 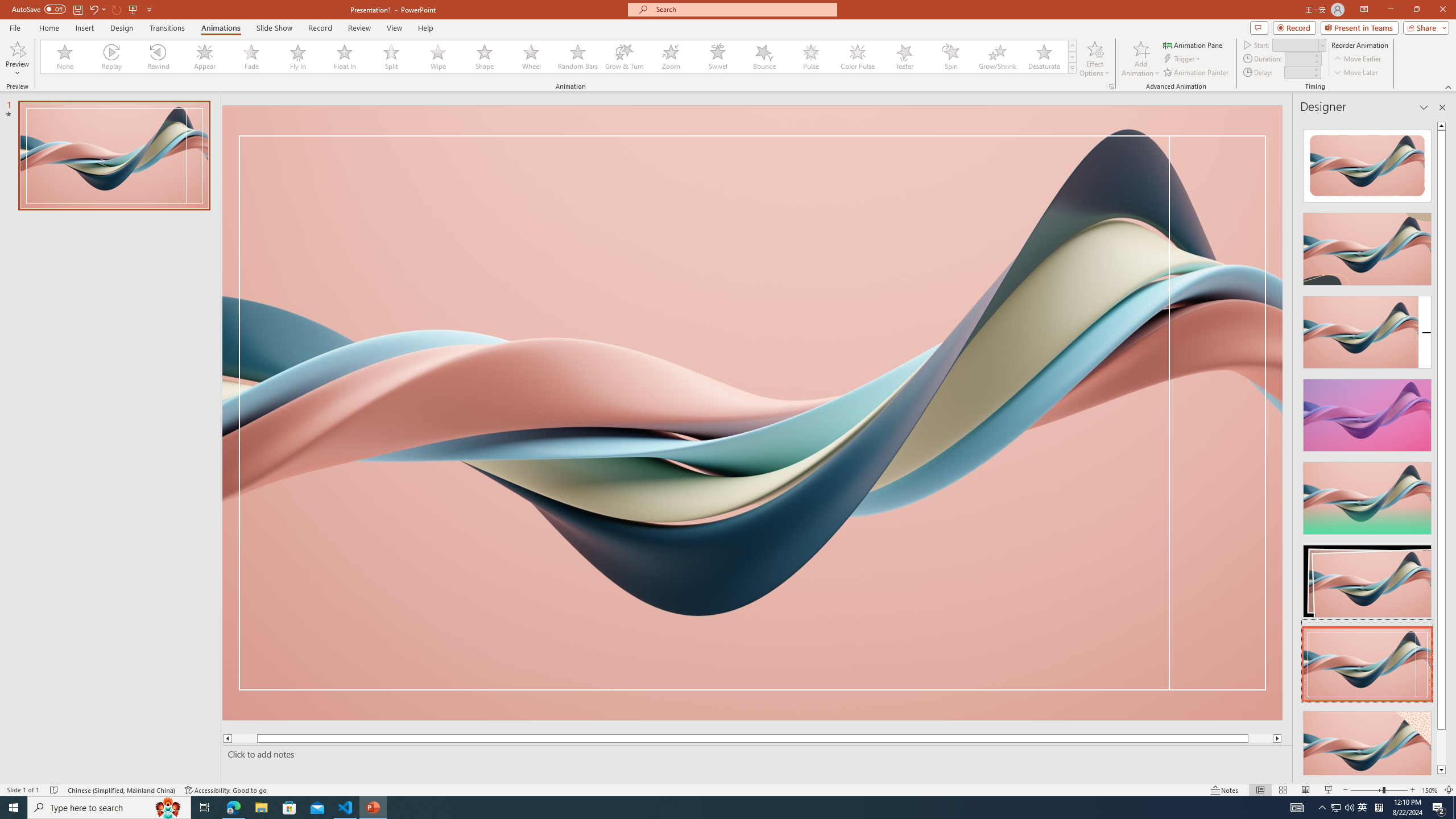 What do you see at coordinates (1072, 67) in the screenshot?
I see `'Animation Styles'` at bounding box center [1072, 67].